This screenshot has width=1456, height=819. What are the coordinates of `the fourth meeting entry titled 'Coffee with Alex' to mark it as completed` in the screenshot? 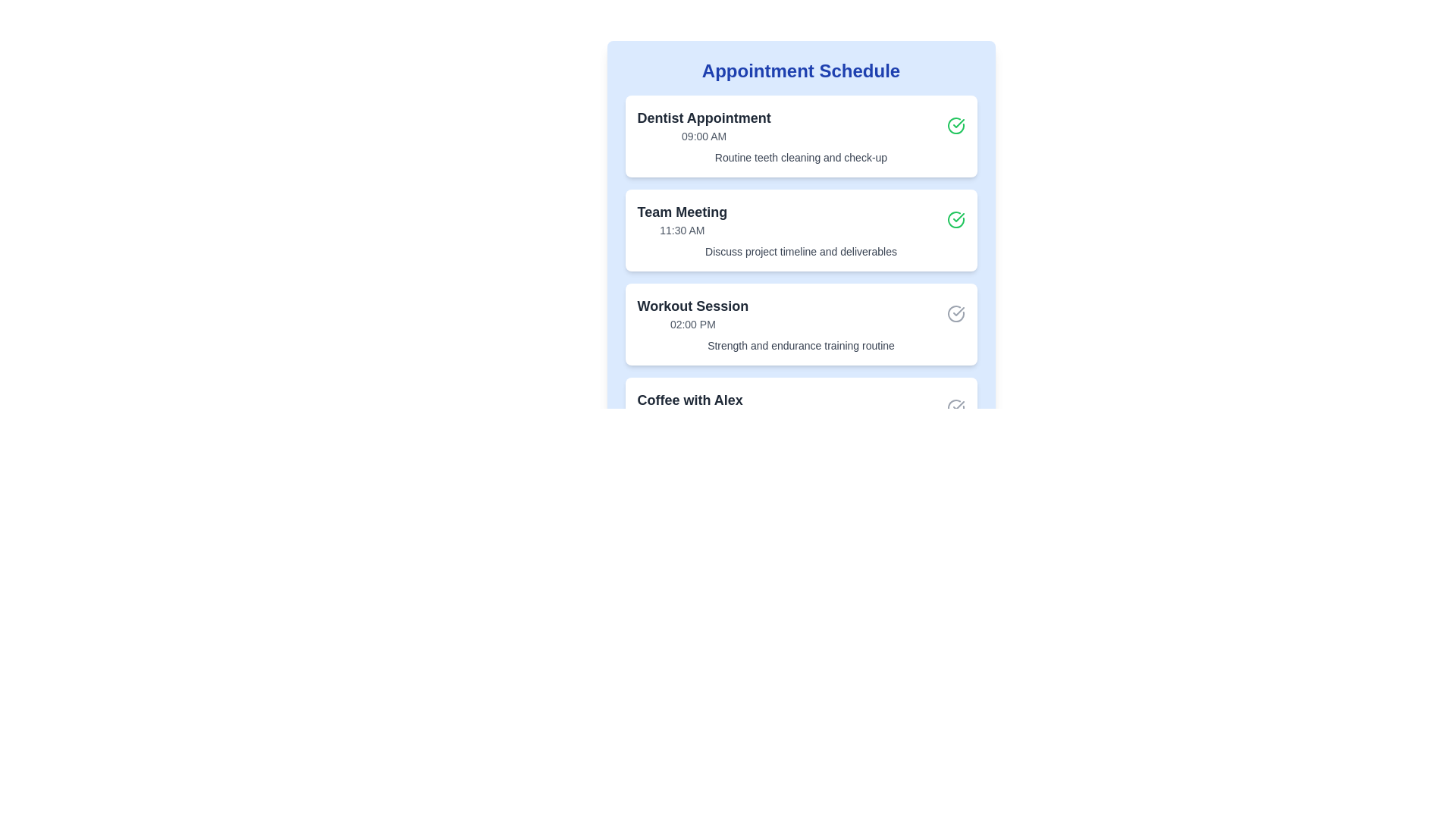 It's located at (800, 406).